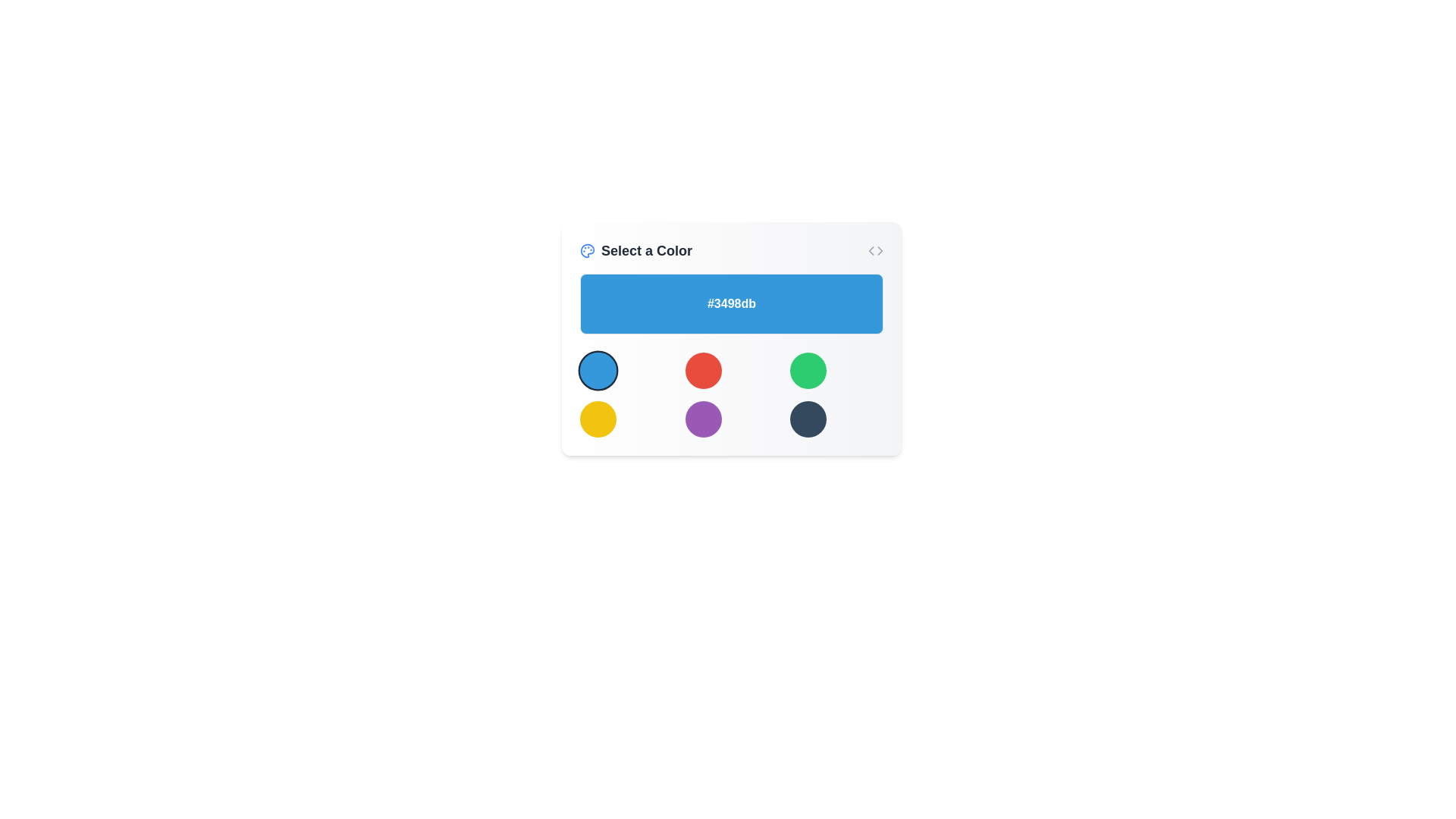 The height and width of the screenshot is (819, 1456). I want to click on the color code element of the Interactive color selection widget, so click(731, 338).